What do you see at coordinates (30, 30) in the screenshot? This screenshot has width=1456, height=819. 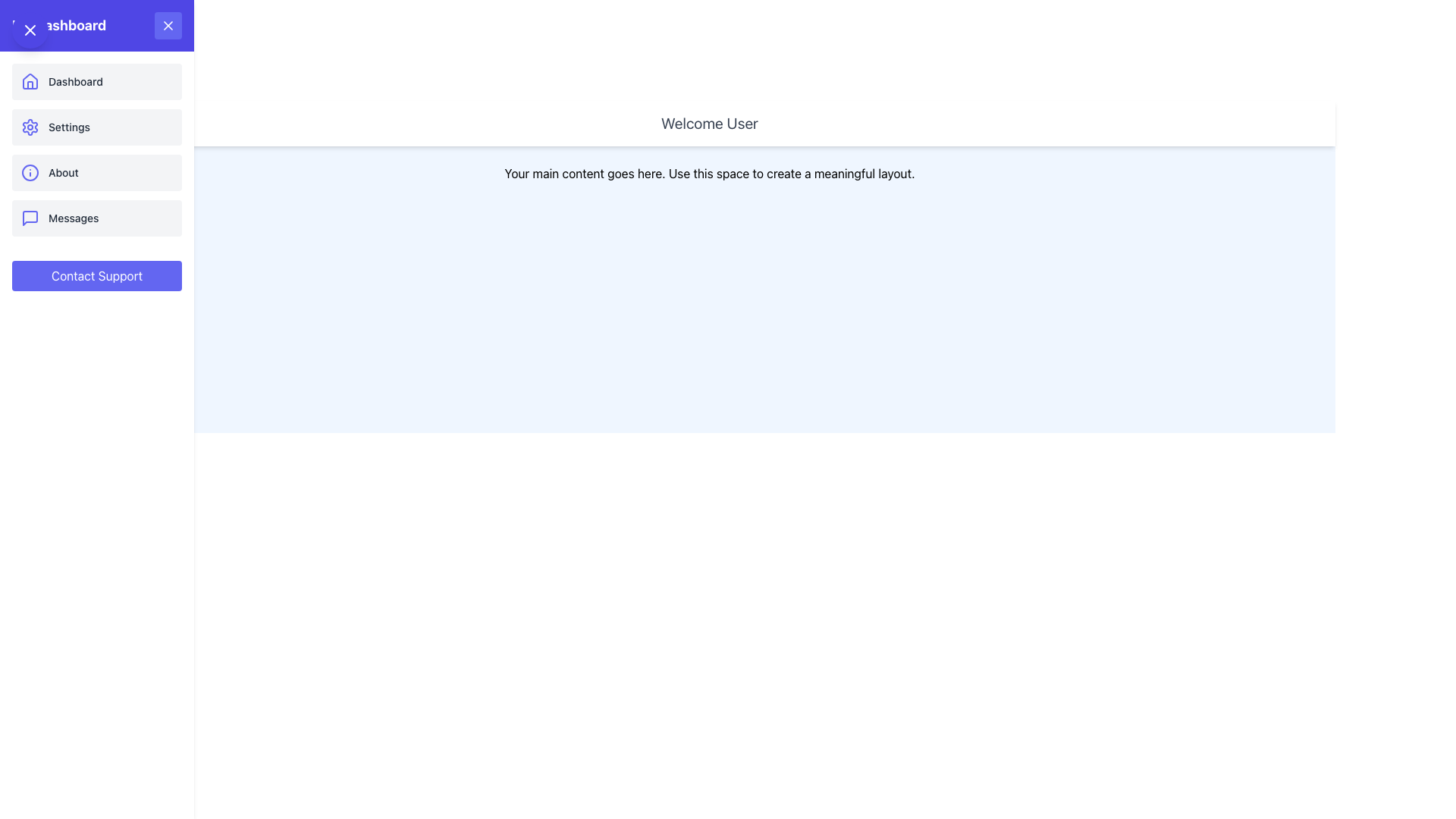 I see `the close icon represented by an 'X' shape in the top-left header bar` at bounding box center [30, 30].